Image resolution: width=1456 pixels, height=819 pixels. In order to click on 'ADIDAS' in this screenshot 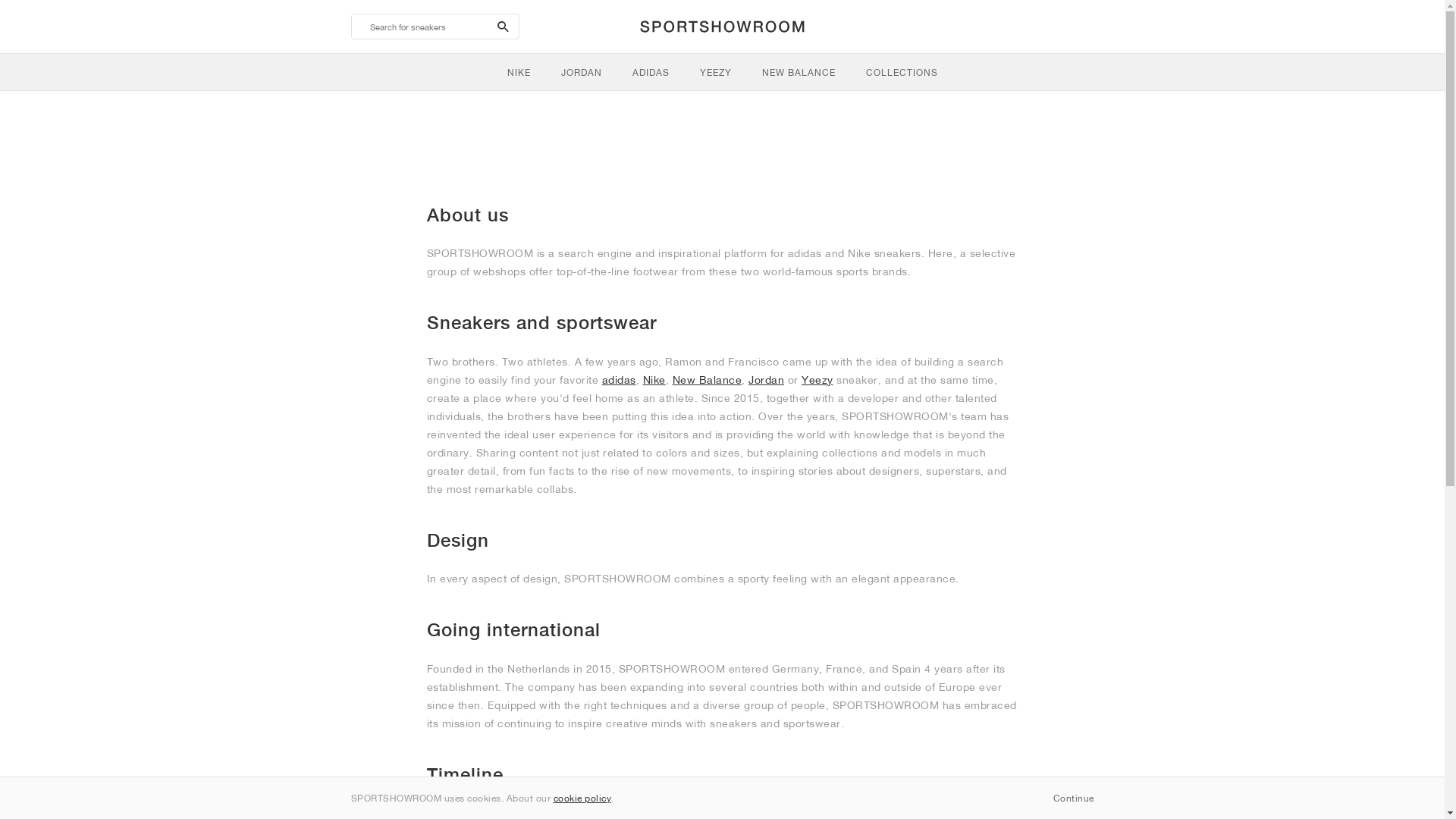, I will do `click(651, 72)`.